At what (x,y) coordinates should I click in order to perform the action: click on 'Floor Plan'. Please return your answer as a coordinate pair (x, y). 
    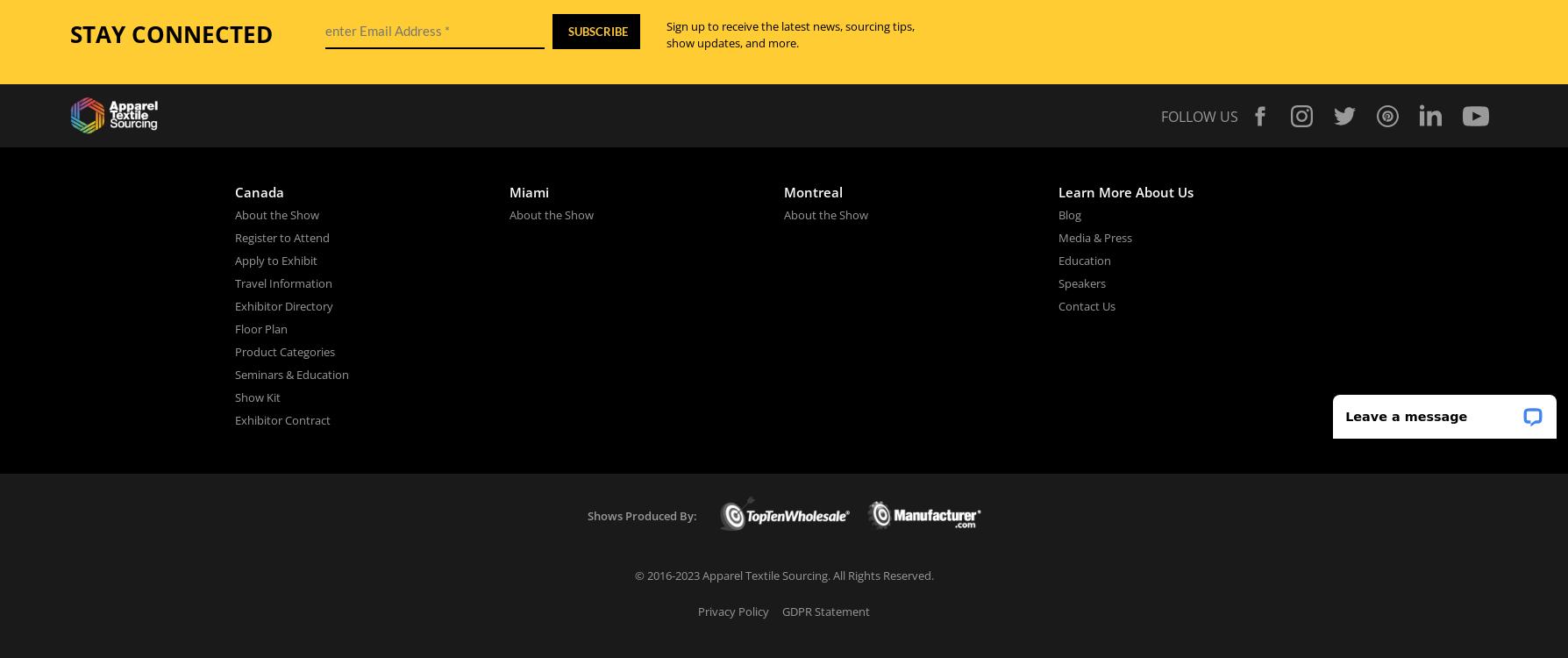
    Looking at the image, I should click on (260, 327).